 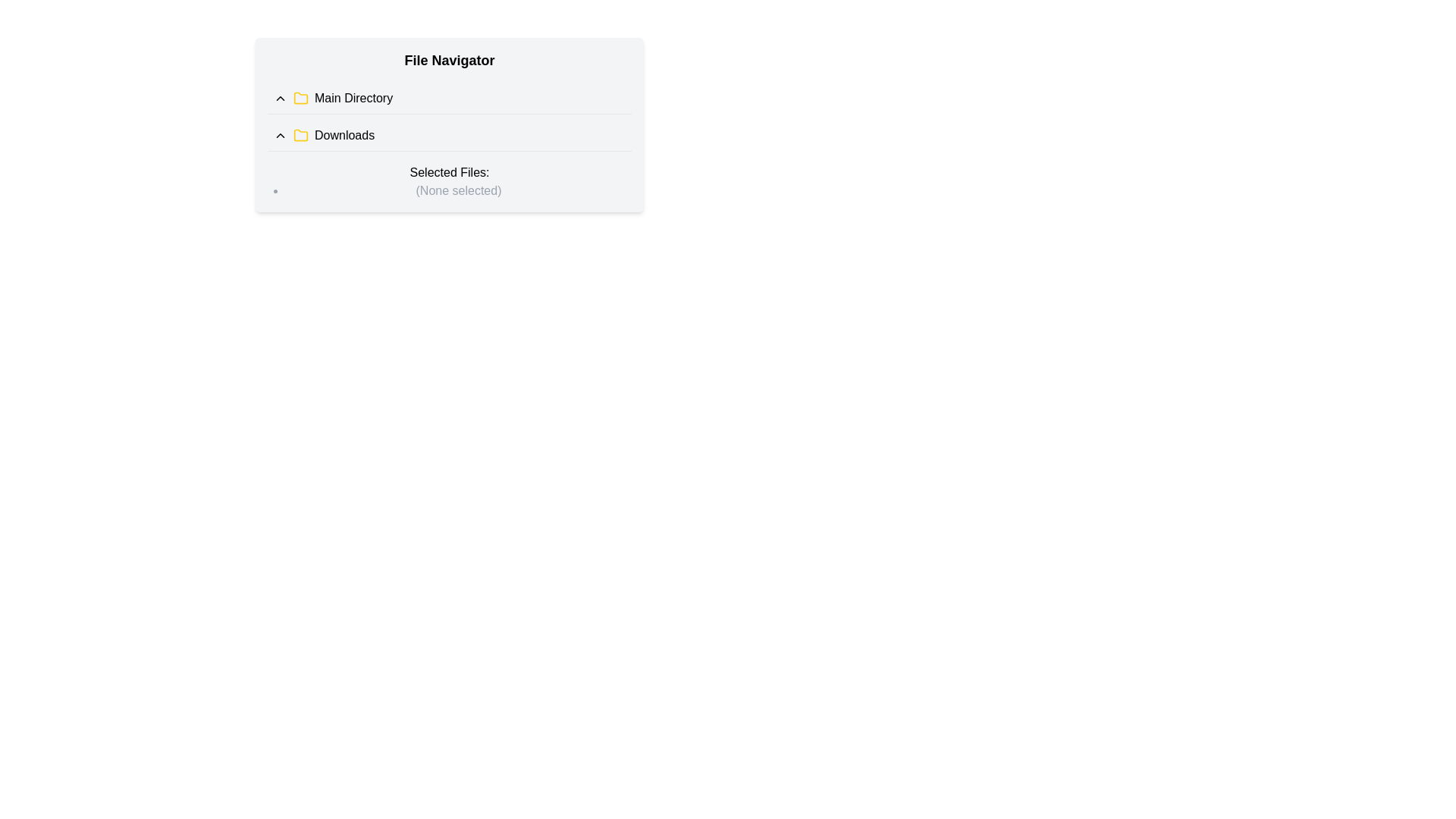 I want to click on the Text display component that shows 'Selected Files:' and '(None selected)' below the 'Downloads' section in the 'File Navigator', so click(x=449, y=180).